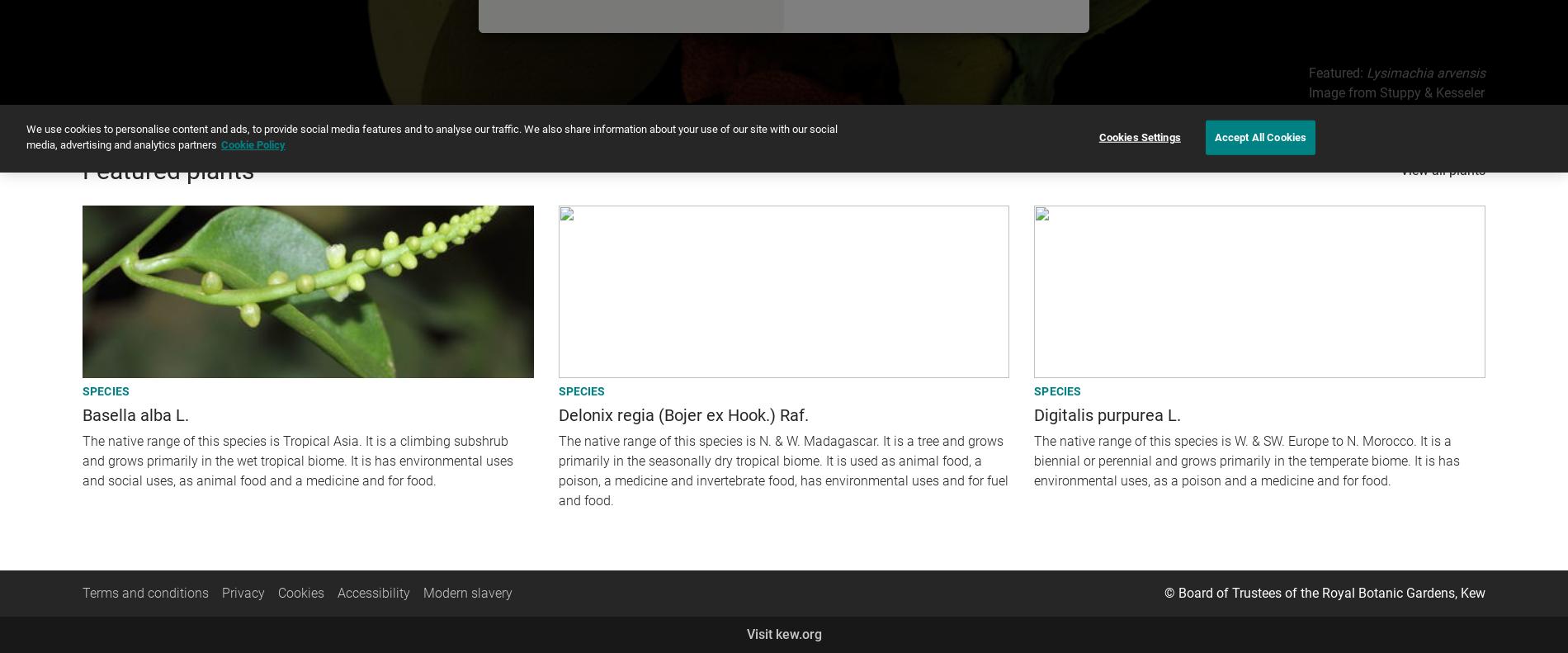 The height and width of the screenshot is (653, 1568). I want to click on 'Featured plants', so click(168, 170).